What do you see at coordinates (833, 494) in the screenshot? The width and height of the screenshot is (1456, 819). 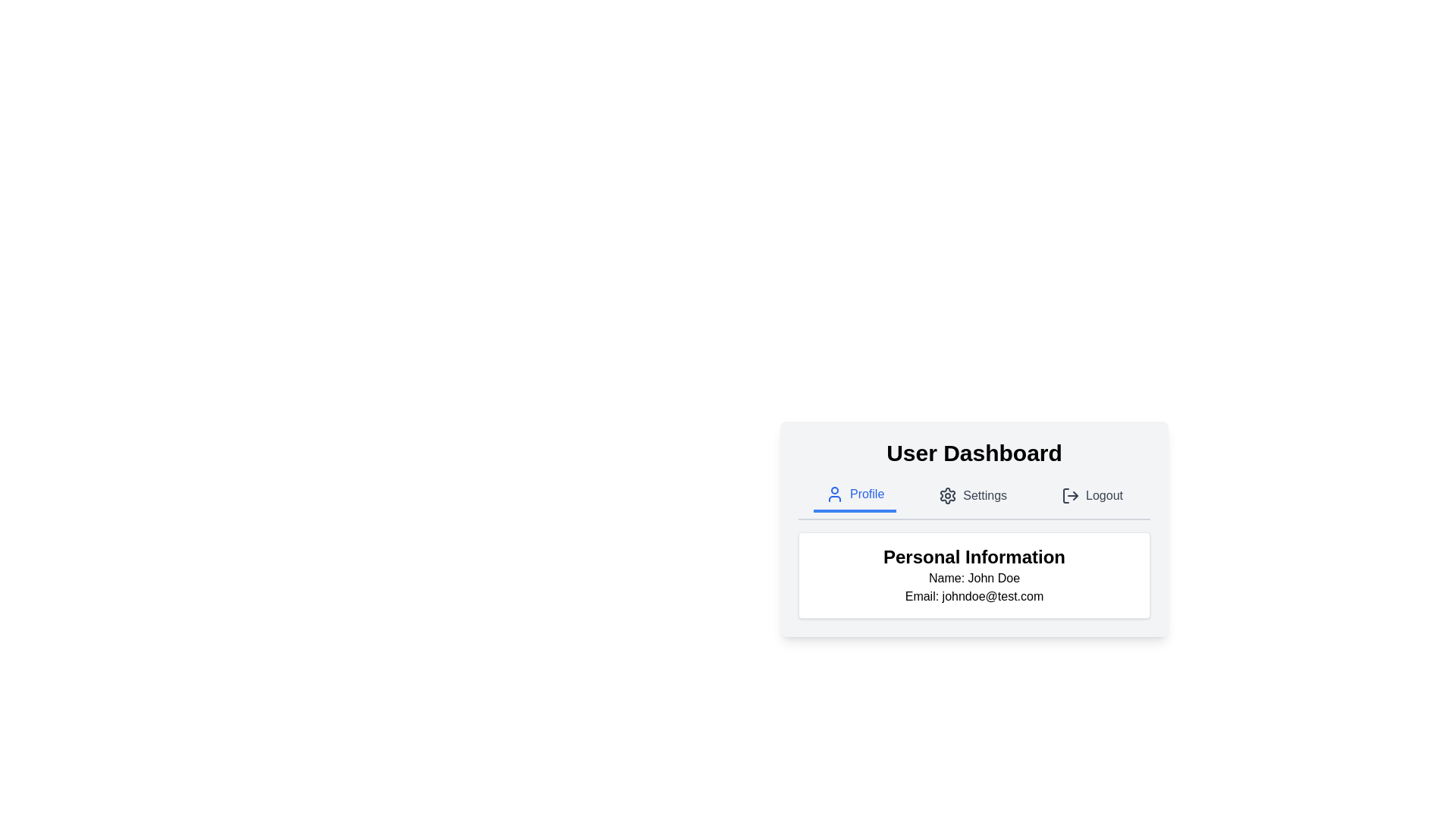 I see `the user icon in the 'Profile' navigation tab, which is characterized by a circular head and a rounded trapezoid torso in a minimalist blue line-art style` at bounding box center [833, 494].